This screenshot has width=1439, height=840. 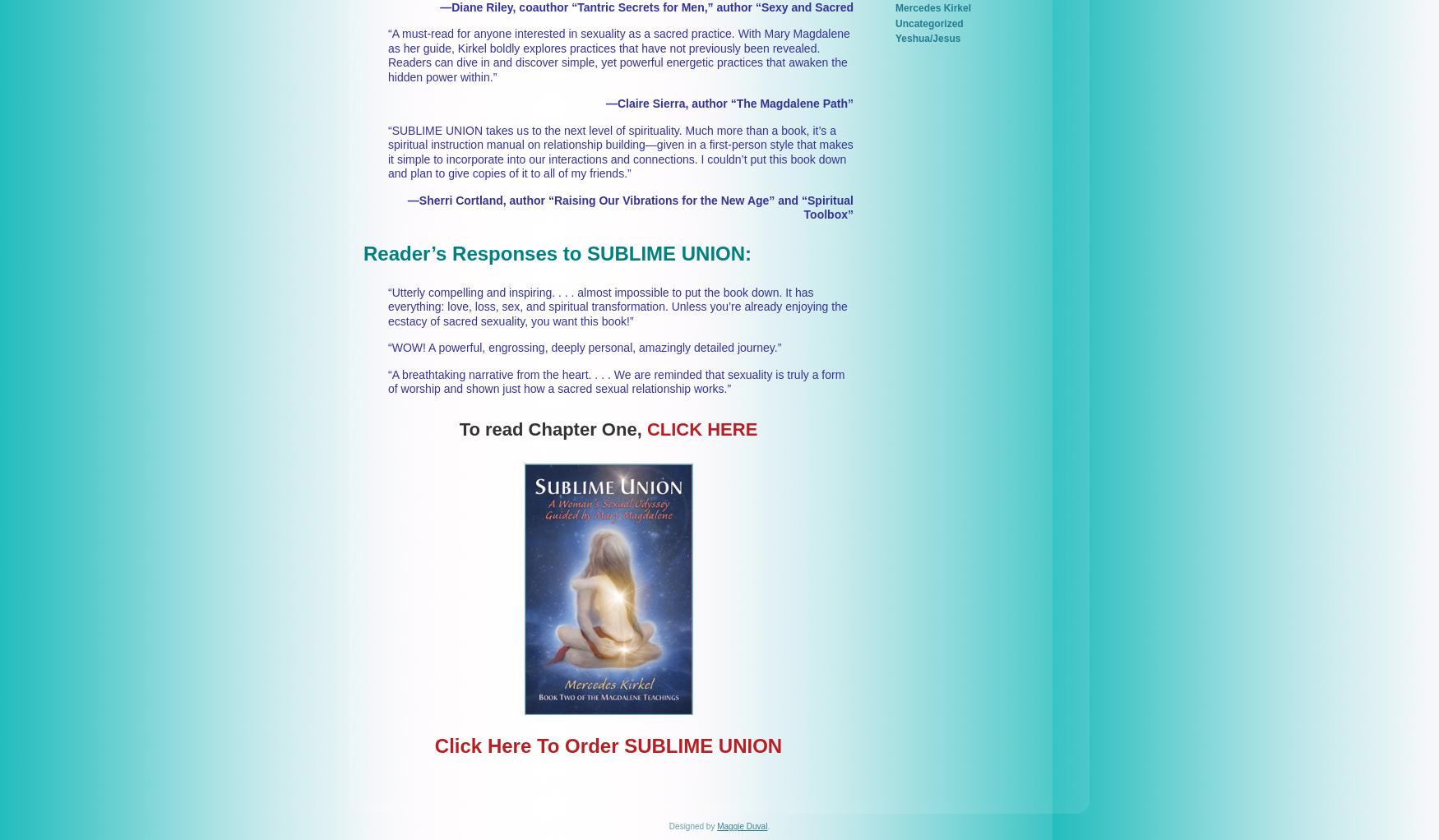 What do you see at coordinates (741, 826) in the screenshot?
I see `'Maggie Duval'` at bounding box center [741, 826].